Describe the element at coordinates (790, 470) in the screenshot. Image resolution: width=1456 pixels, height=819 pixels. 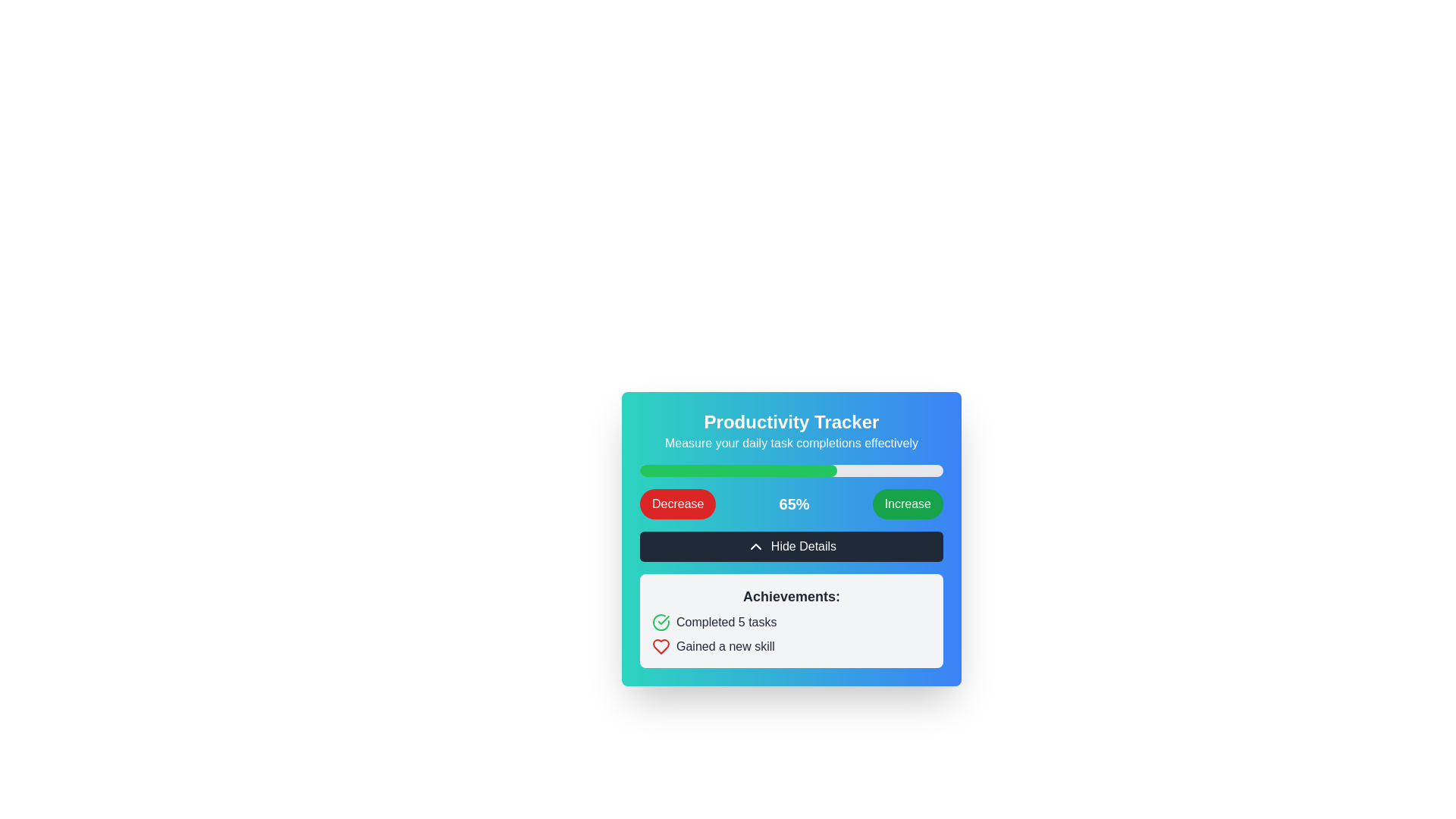
I see `the progress bar located centrally beneath the text 'Measure your daily task completions effectively' and above the row with 'Decrease', '65%', and 'Increase' buttons` at that location.